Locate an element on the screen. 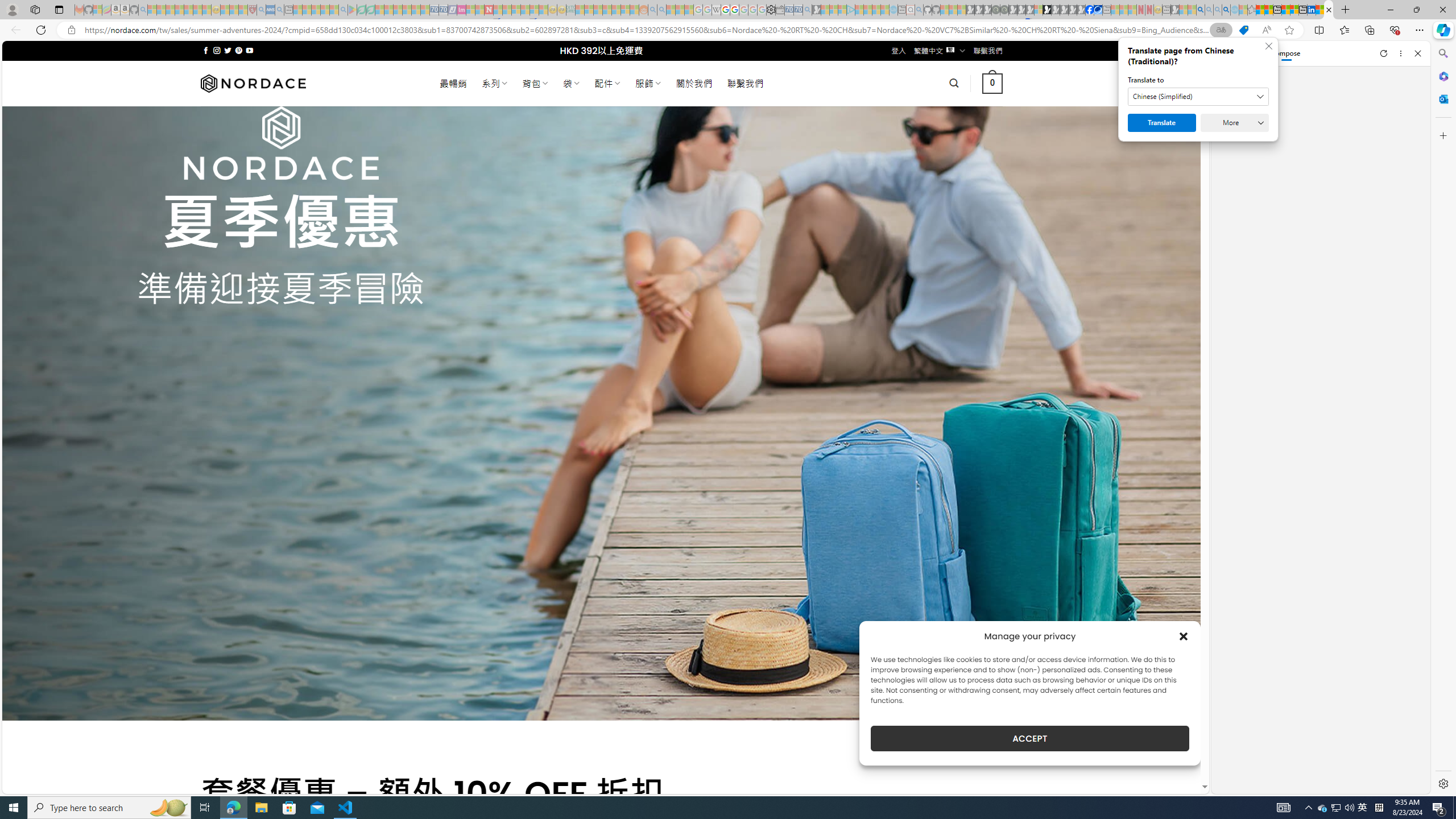  'Follow on Twitter' is located at coordinates (227, 50).